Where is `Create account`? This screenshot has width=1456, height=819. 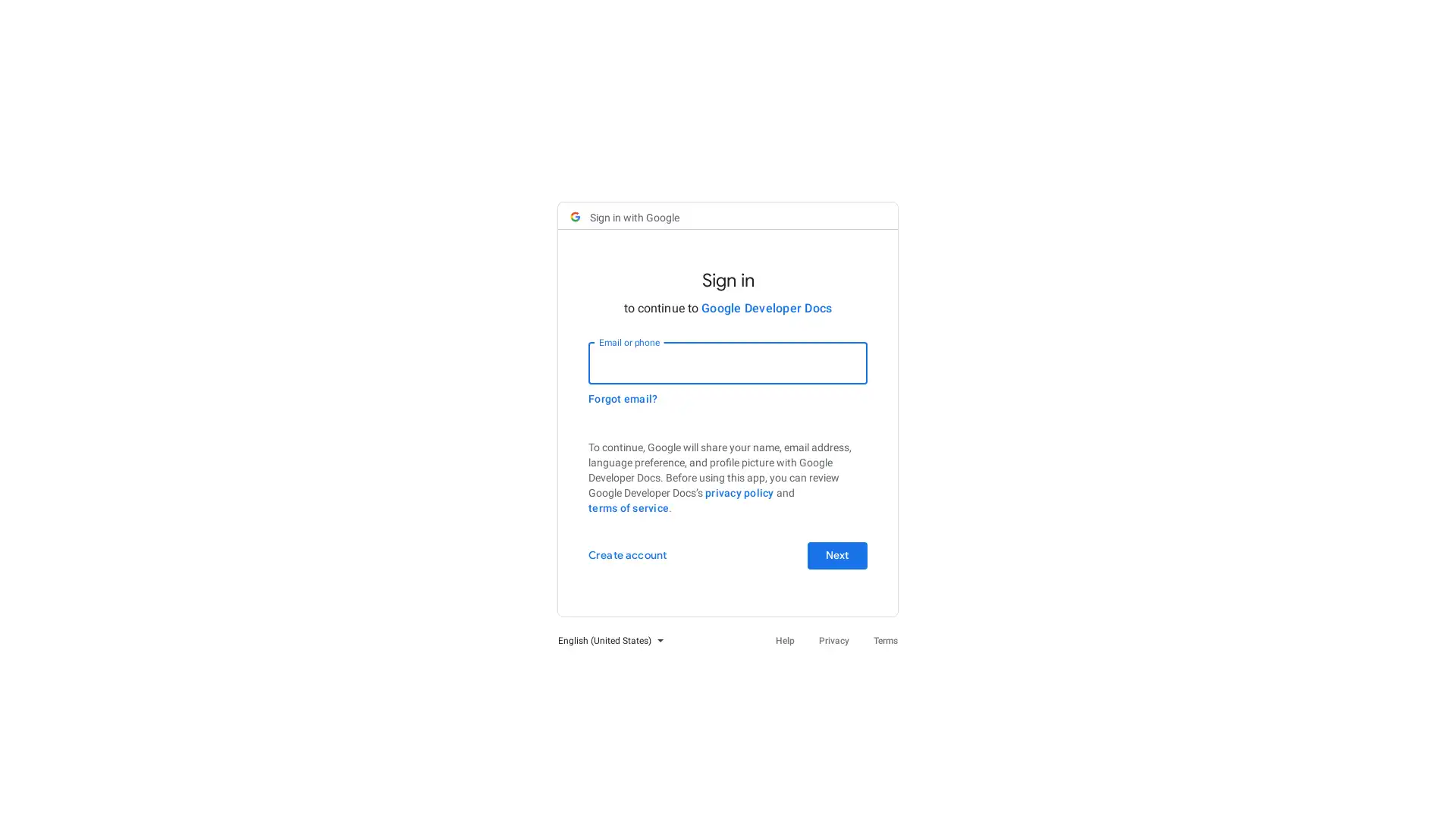 Create account is located at coordinates (627, 555).